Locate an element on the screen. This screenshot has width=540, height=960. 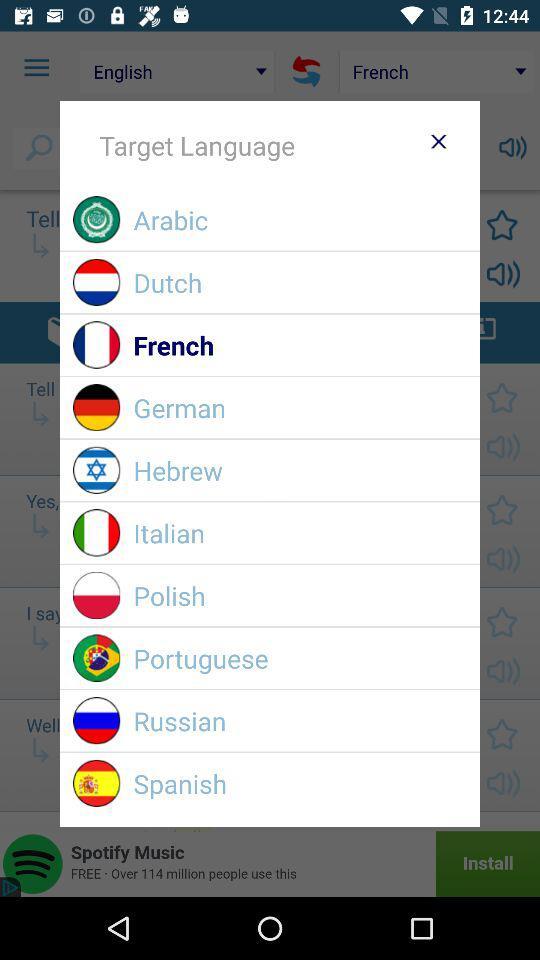
the spanish is located at coordinates (299, 783).